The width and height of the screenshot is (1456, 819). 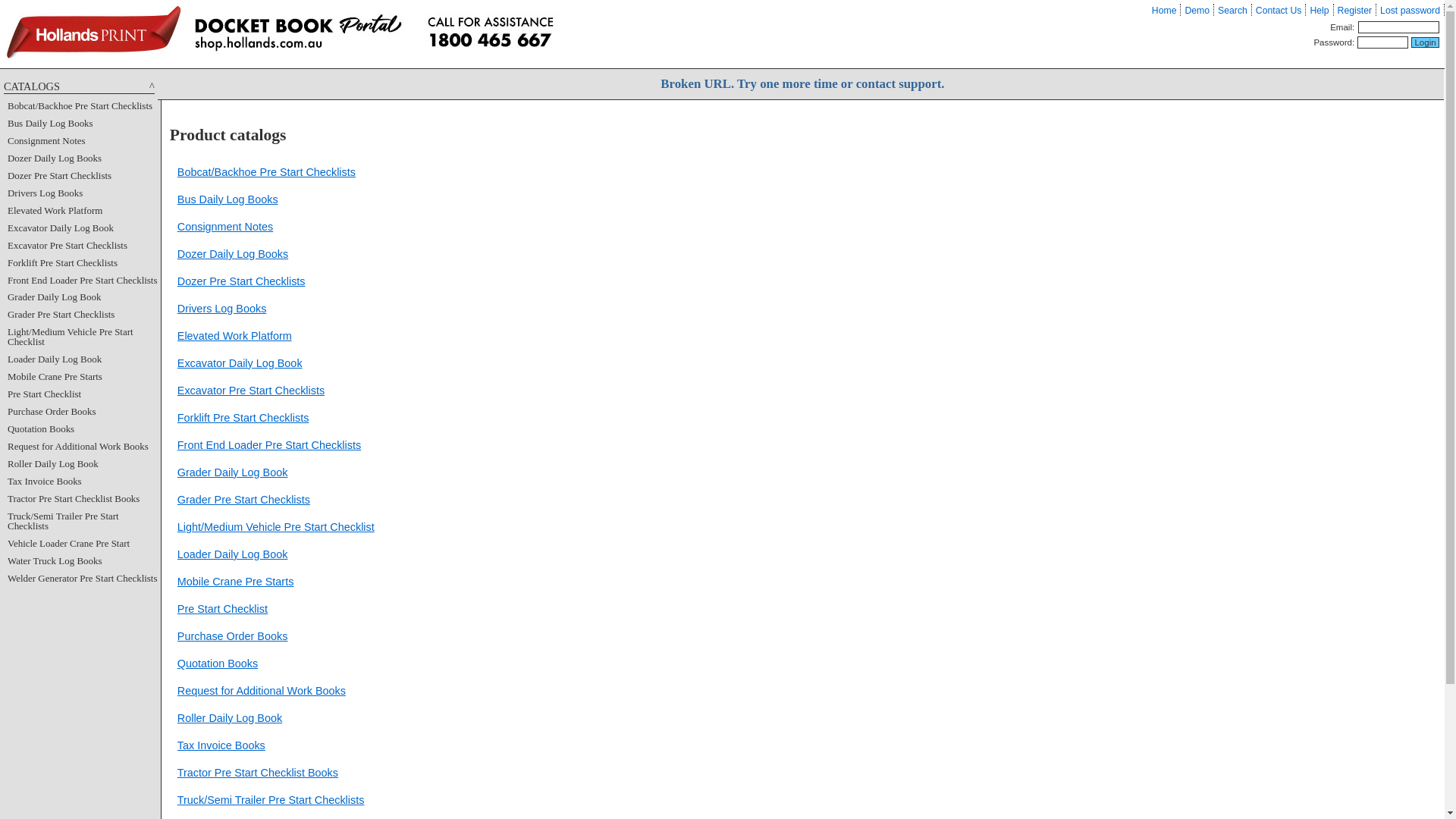 What do you see at coordinates (1424, 42) in the screenshot?
I see `'Login'` at bounding box center [1424, 42].